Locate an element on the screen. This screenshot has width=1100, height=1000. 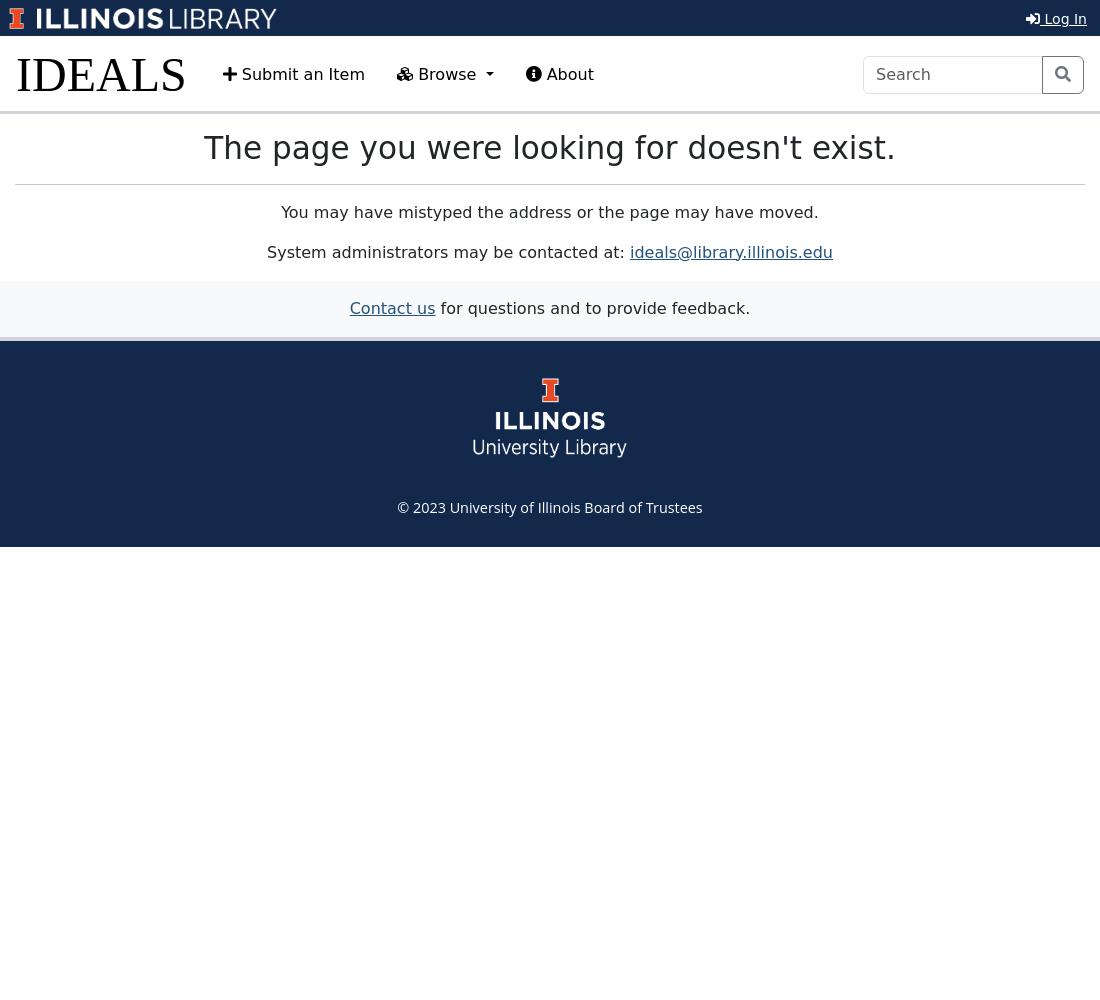
'ideals@library.illinois.edu' is located at coordinates (729, 251).